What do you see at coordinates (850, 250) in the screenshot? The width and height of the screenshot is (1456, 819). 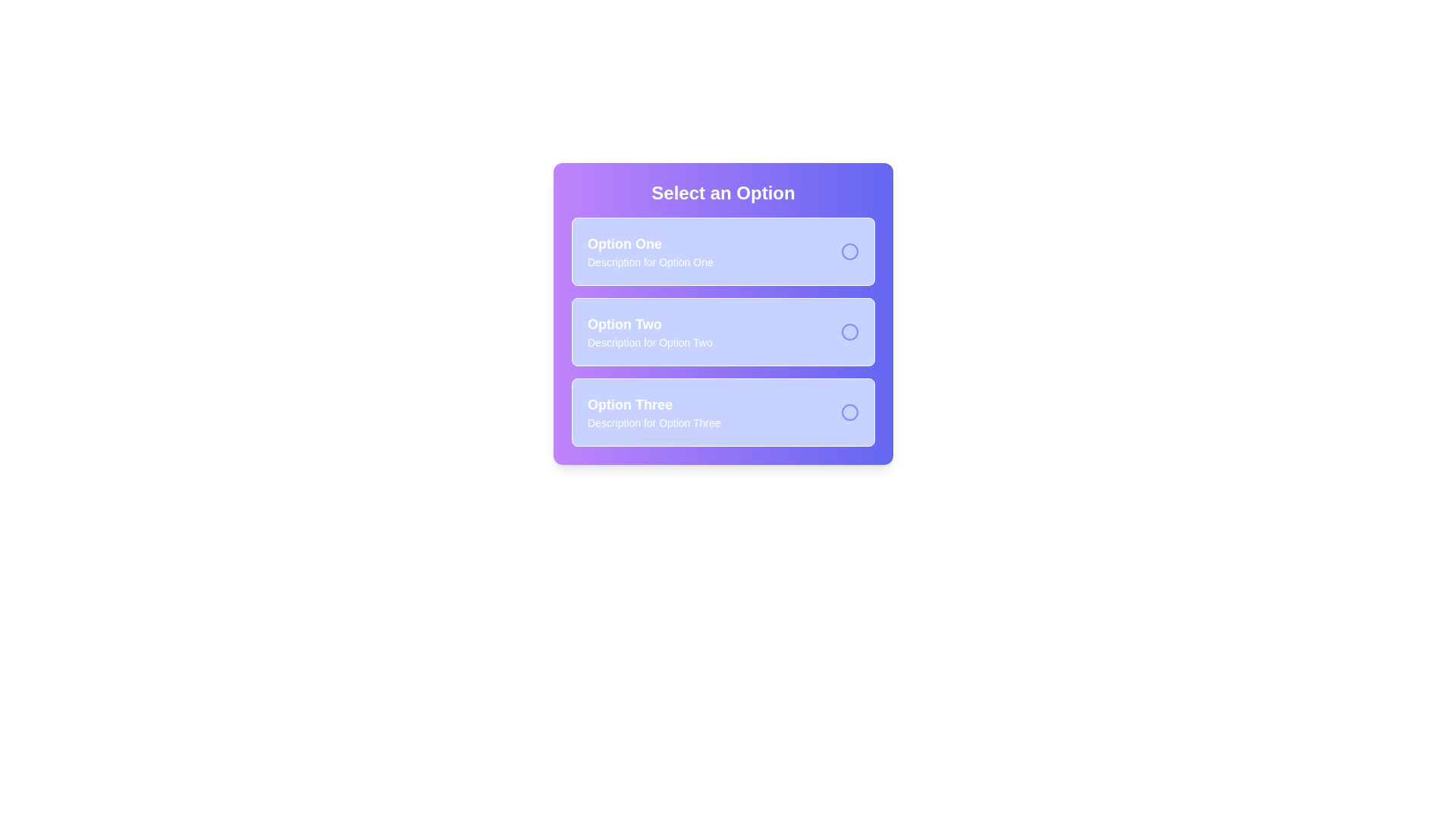 I see `the status indicator icon associated with the 'Option One' text located on the right side of the text within the first option card` at bounding box center [850, 250].